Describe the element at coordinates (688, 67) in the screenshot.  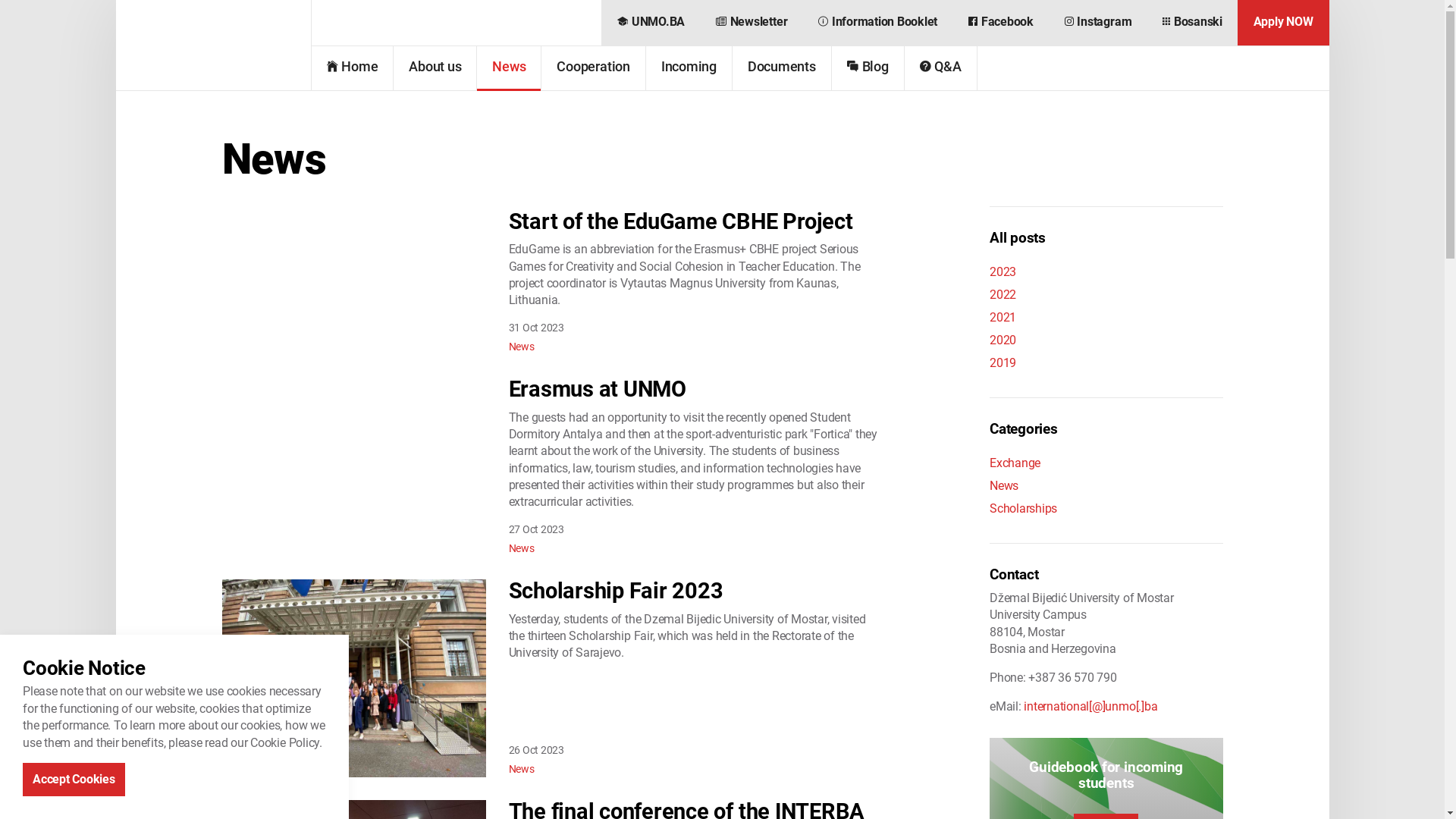
I see `'Incoming'` at that location.